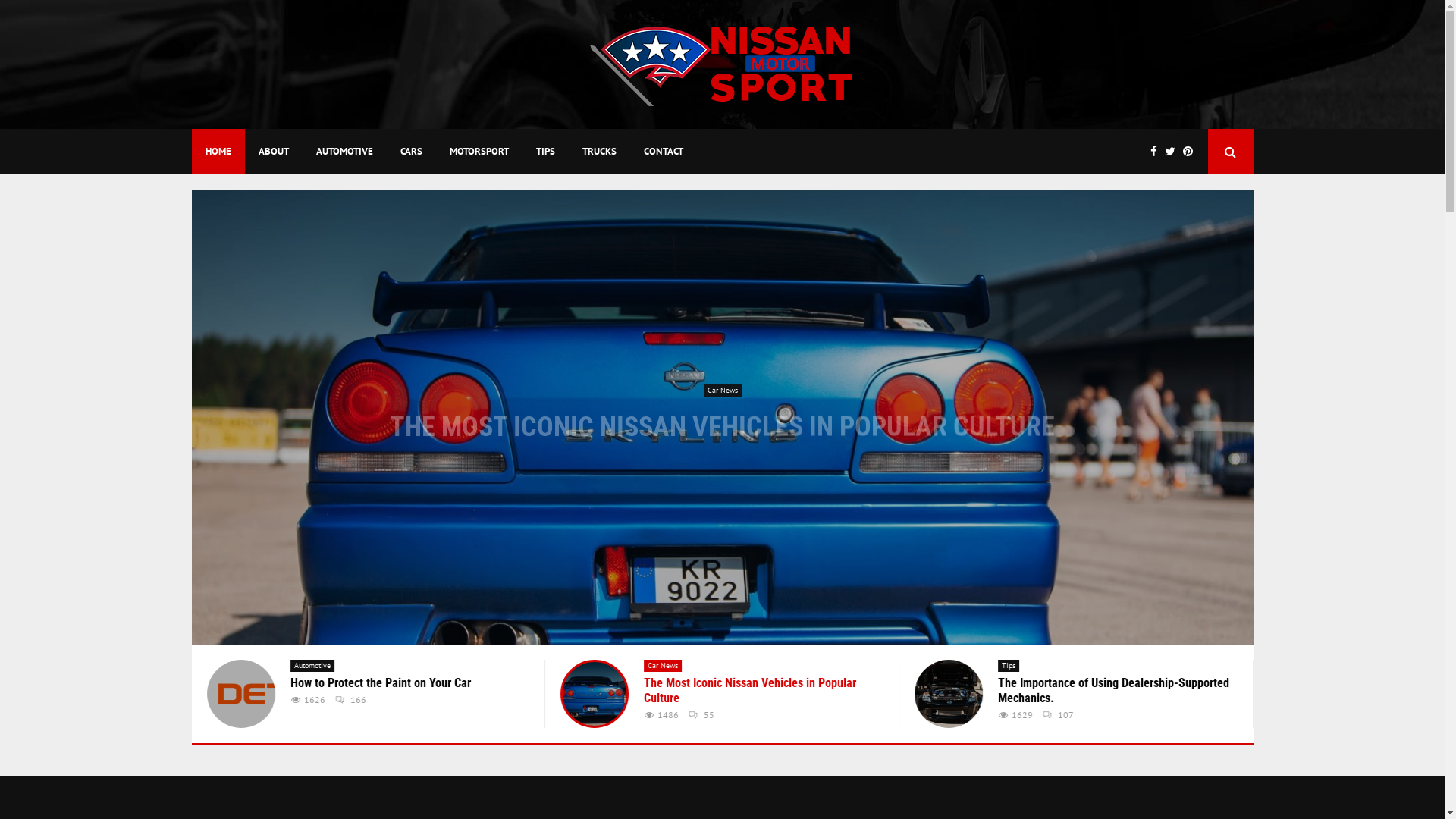  Describe the element at coordinates (1164, 152) in the screenshot. I see `'Twitter'` at that location.